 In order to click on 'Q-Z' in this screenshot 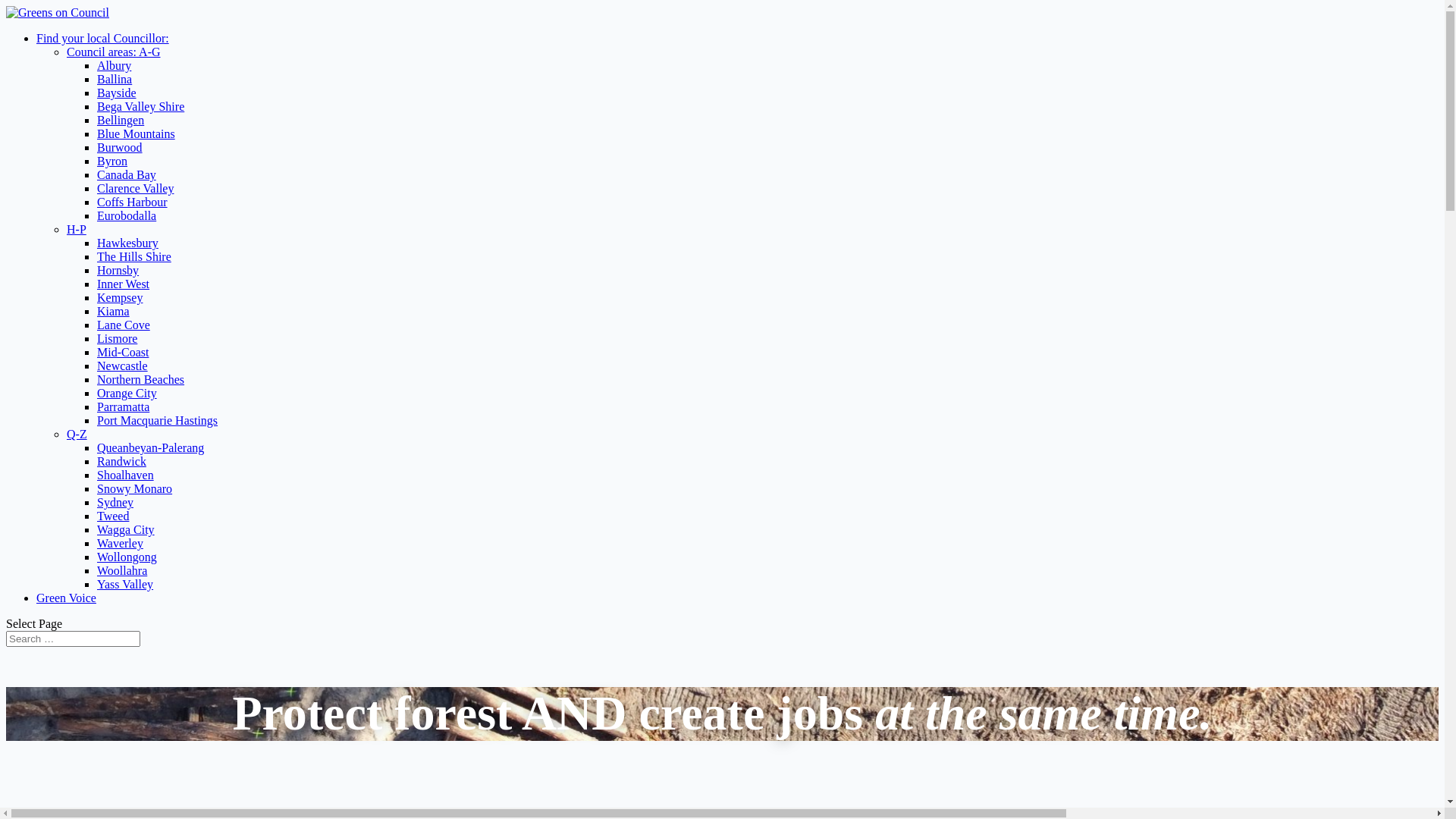, I will do `click(65, 434)`.